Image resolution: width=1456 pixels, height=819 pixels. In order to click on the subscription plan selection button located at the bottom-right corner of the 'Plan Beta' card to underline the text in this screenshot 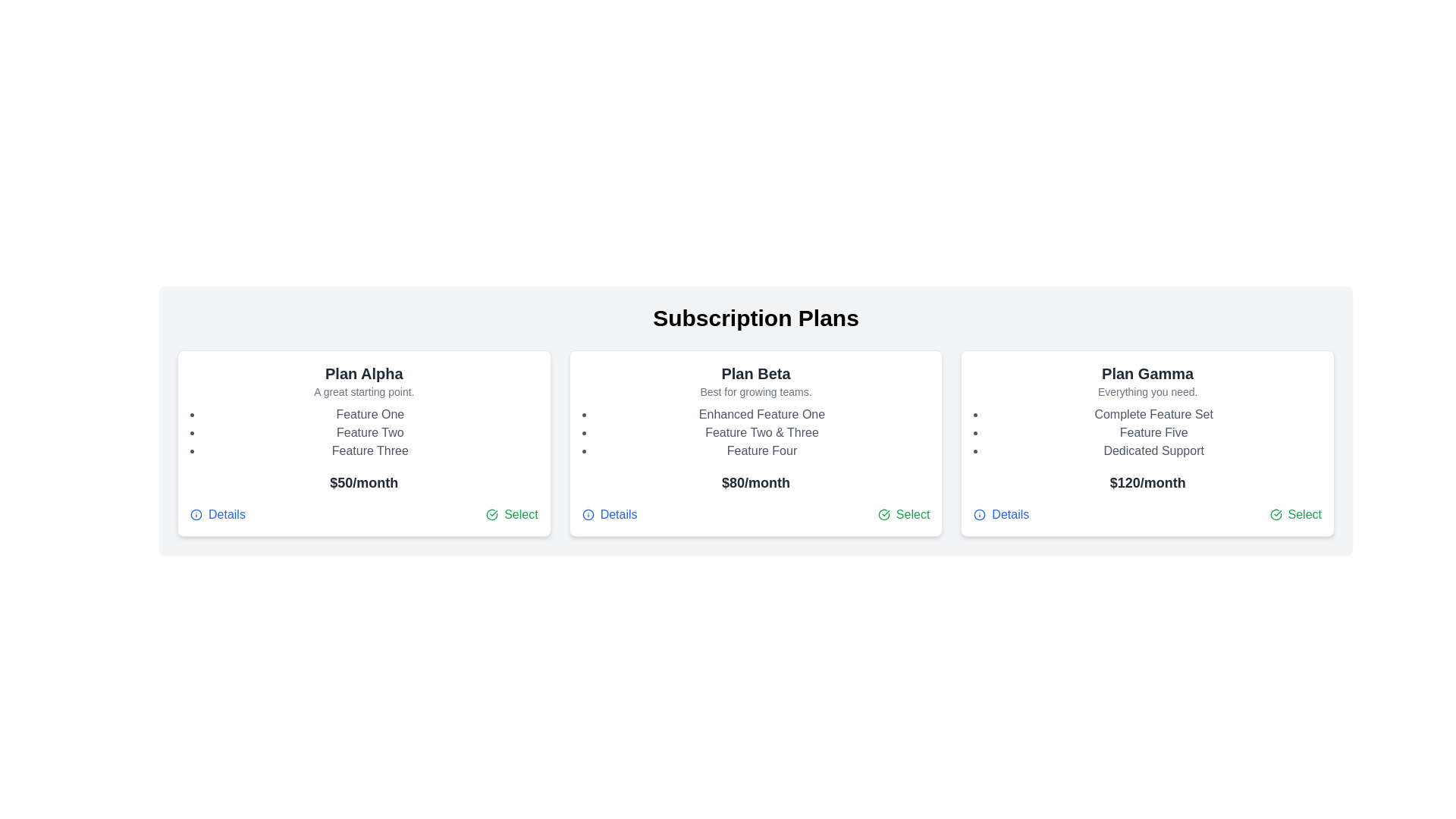, I will do `click(904, 513)`.